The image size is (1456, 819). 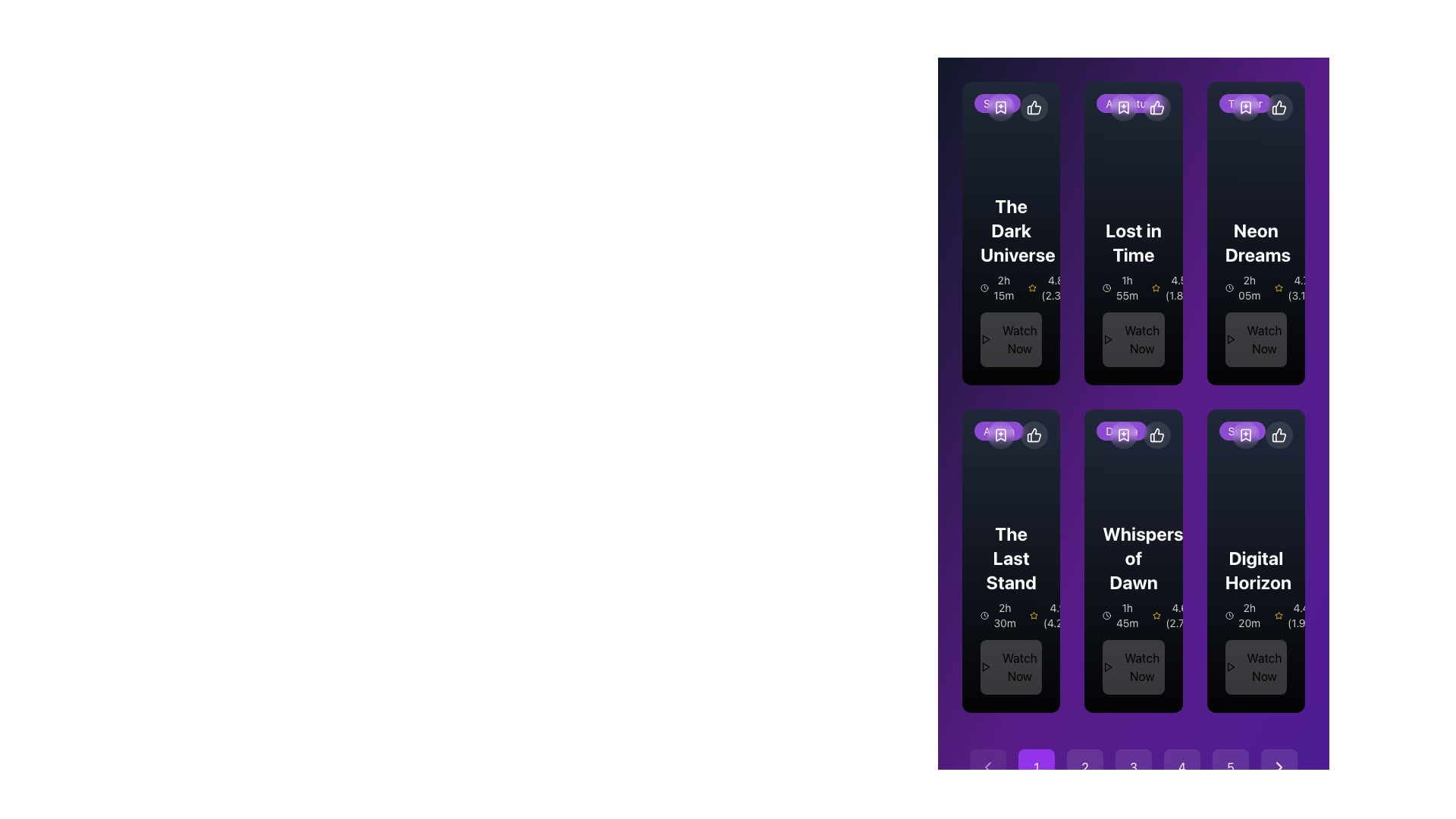 I want to click on the bookmark icon button with a plus symbol located in the top-left corner of the second row of content items, part of the control panel above 'The Last Stand', so click(x=1001, y=435).